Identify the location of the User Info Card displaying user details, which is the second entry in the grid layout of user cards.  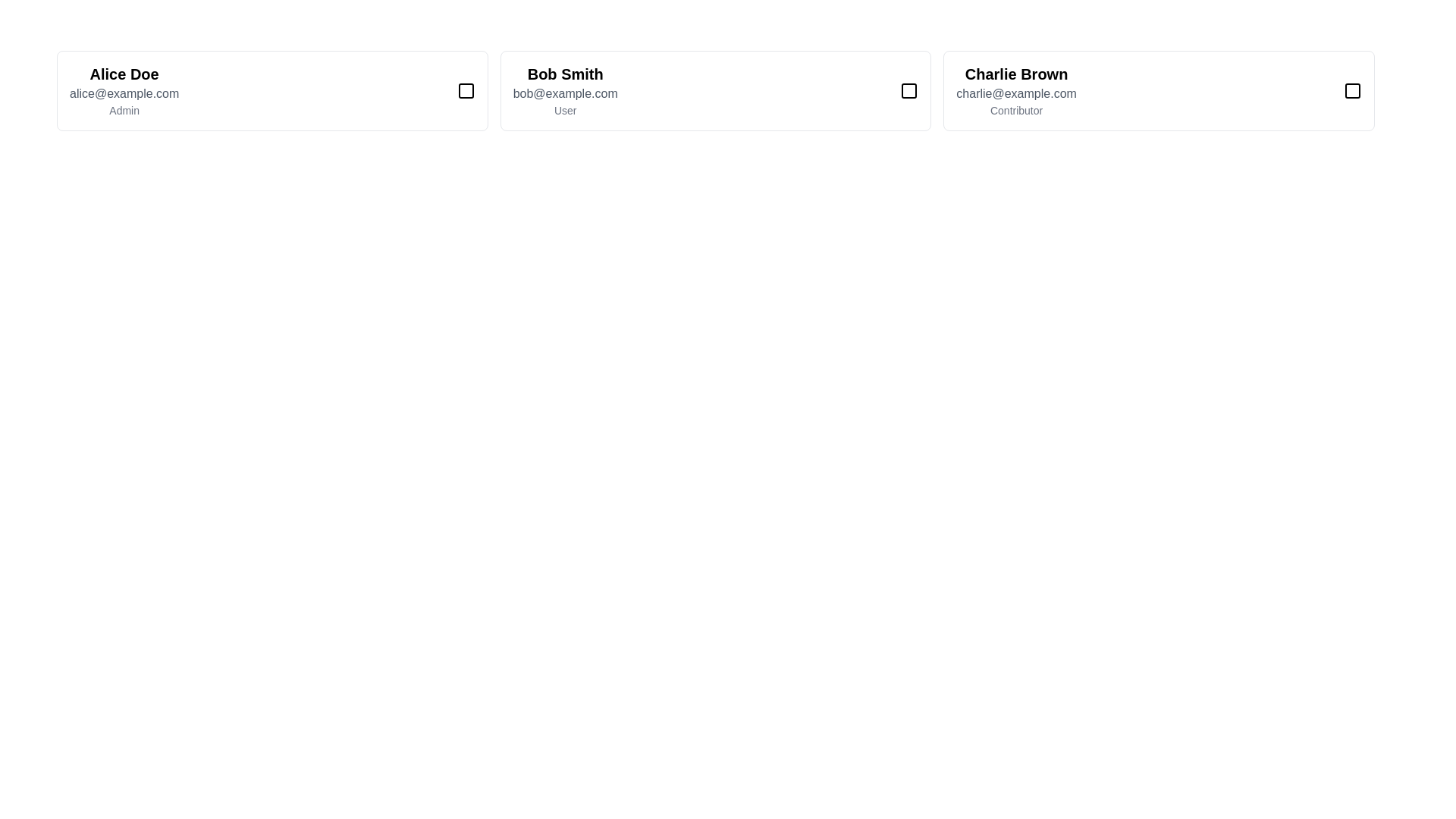
(715, 90).